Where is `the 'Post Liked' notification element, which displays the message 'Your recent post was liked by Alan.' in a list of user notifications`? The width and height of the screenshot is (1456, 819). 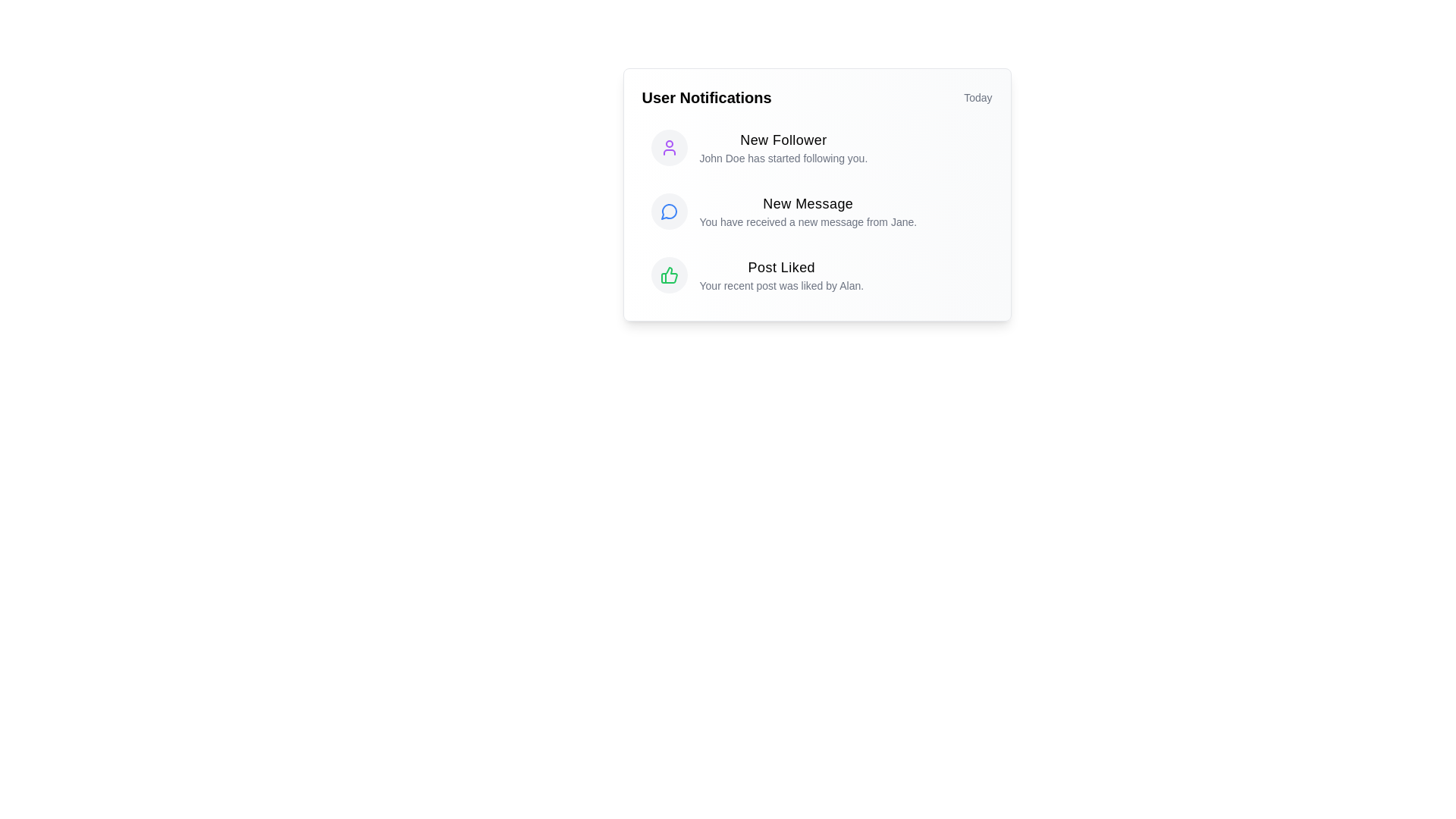 the 'Post Liked' notification element, which displays the message 'Your recent post was liked by Alan.' in a list of user notifications is located at coordinates (781, 275).